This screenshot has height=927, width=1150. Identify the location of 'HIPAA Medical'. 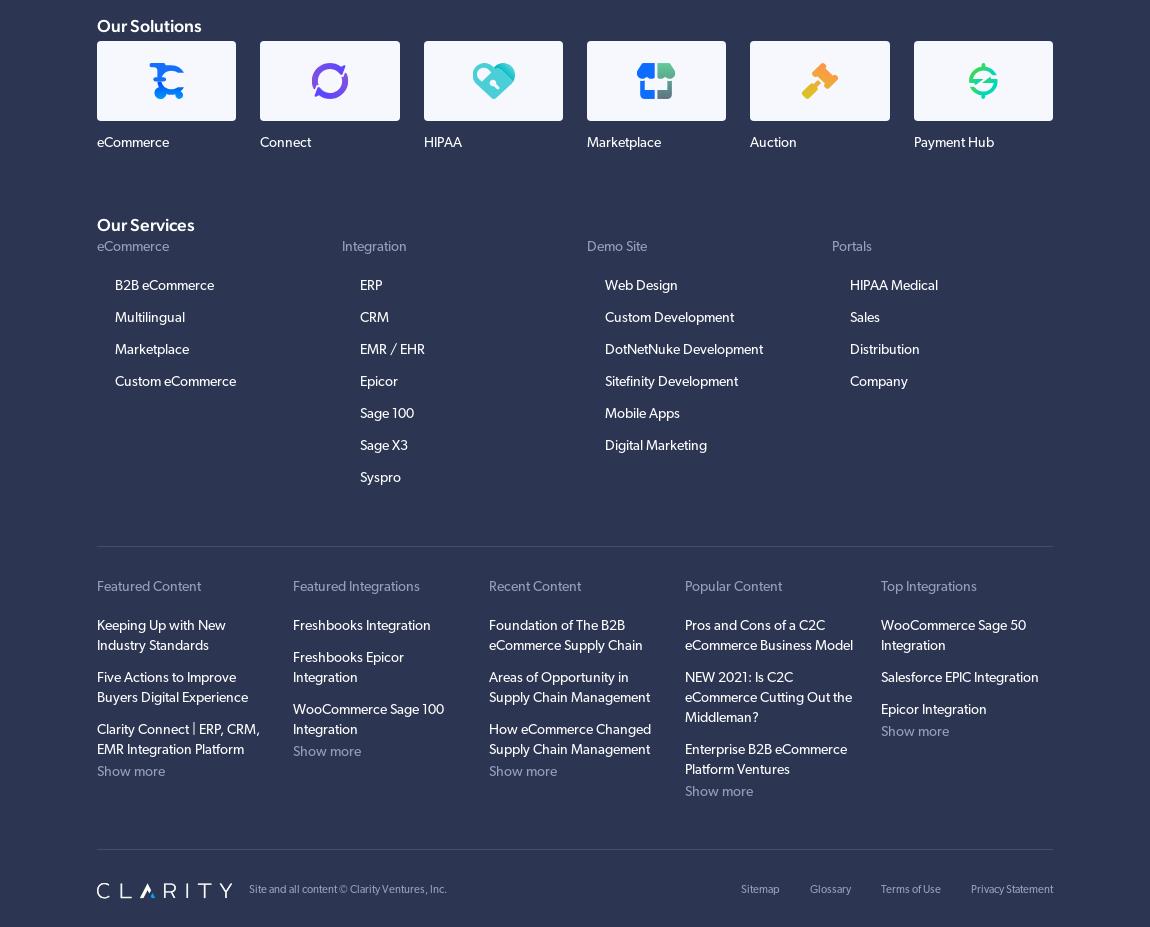
(894, 285).